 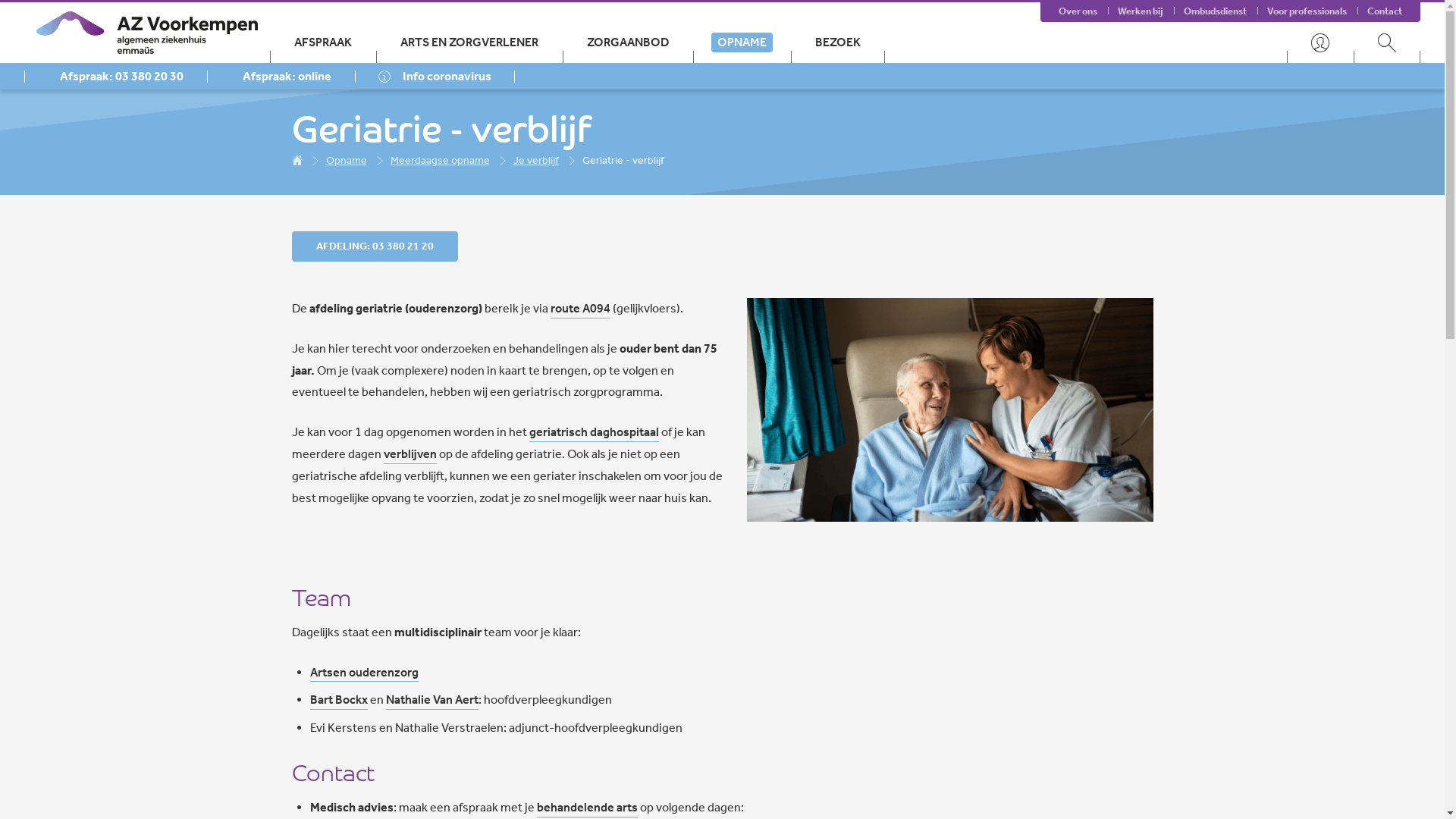 What do you see at coordinates (1306, 11) in the screenshot?
I see `'Voor professionals'` at bounding box center [1306, 11].